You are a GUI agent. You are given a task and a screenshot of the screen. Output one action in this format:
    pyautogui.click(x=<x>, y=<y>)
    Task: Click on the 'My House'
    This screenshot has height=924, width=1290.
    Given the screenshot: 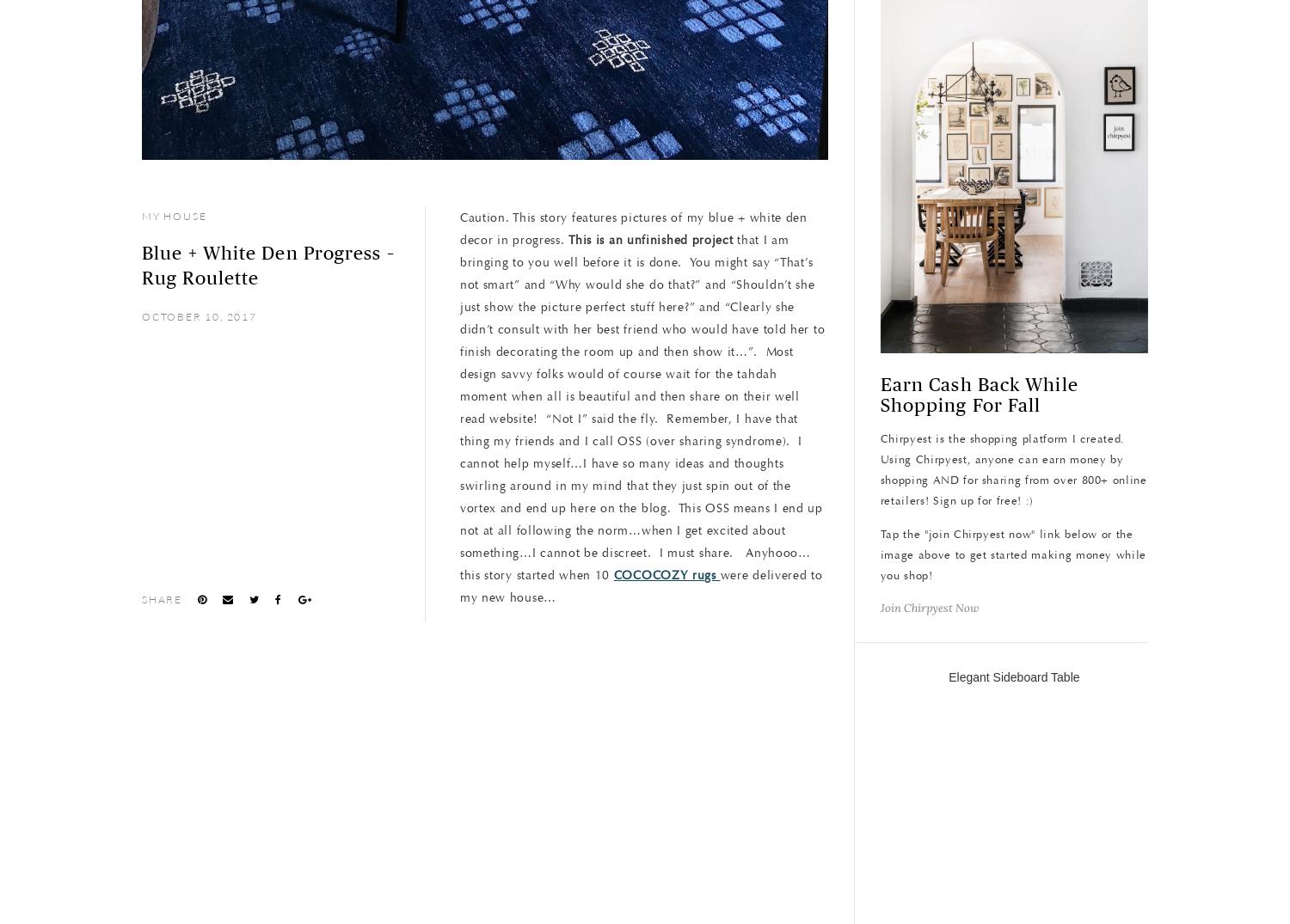 What is the action you would take?
    pyautogui.click(x=173, y=216)
    